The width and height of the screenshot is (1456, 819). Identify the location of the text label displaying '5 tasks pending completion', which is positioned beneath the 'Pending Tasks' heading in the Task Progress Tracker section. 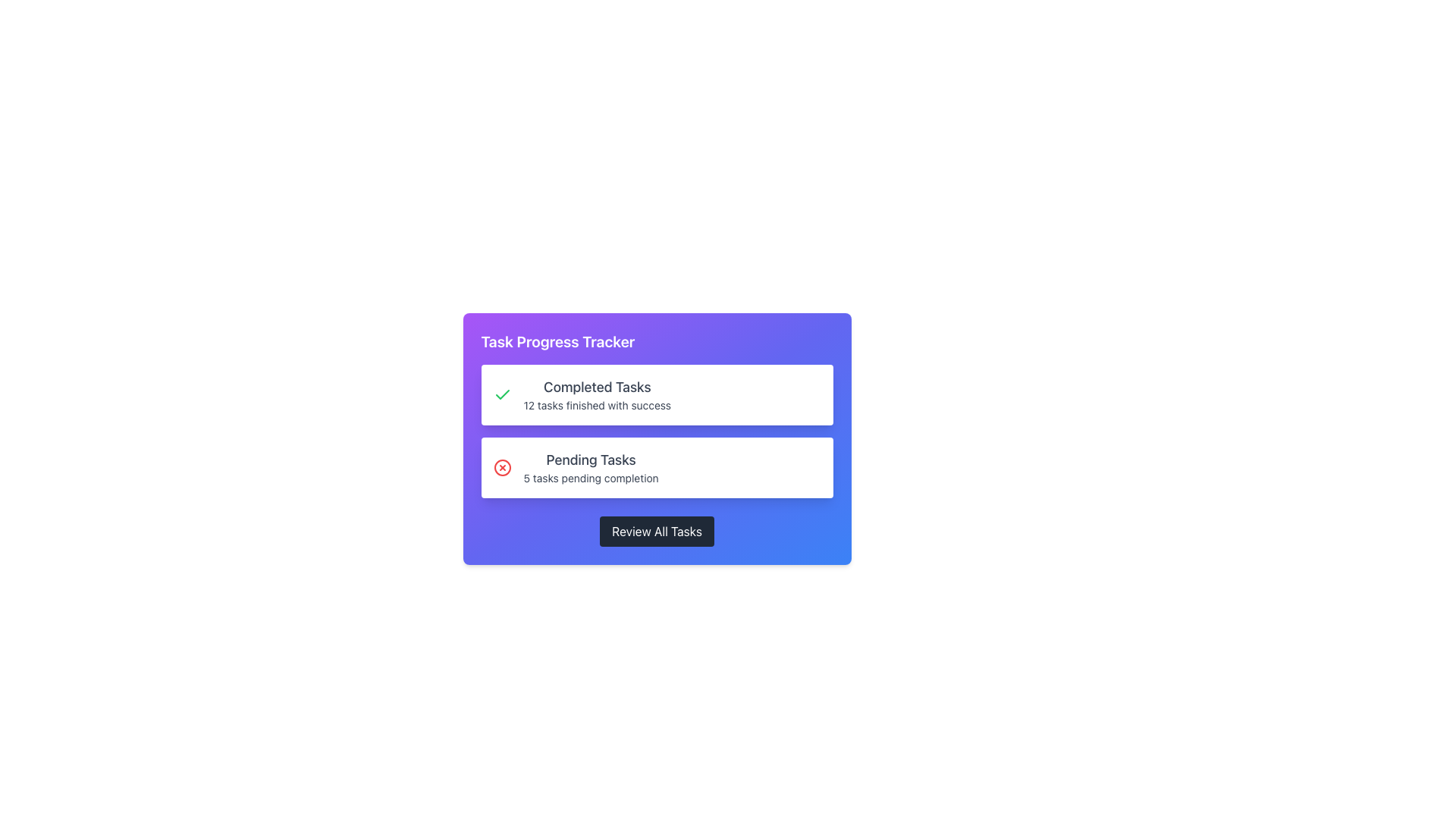
(590, 479).